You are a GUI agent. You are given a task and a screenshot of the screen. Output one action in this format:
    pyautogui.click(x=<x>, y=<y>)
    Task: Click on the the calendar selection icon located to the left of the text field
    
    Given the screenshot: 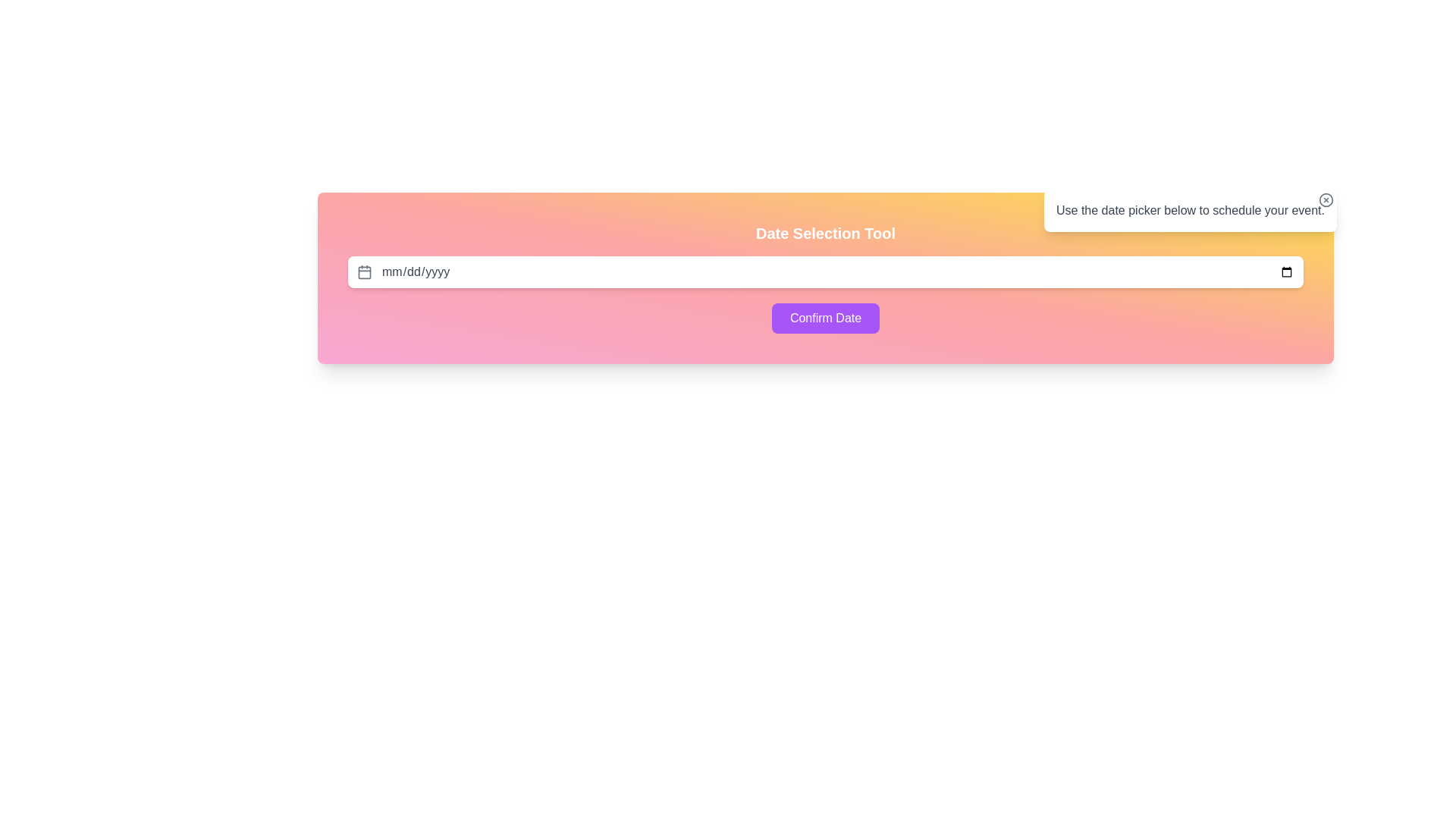 What is the action you would take?
    pyautogui.click(x=364, y=271)
    